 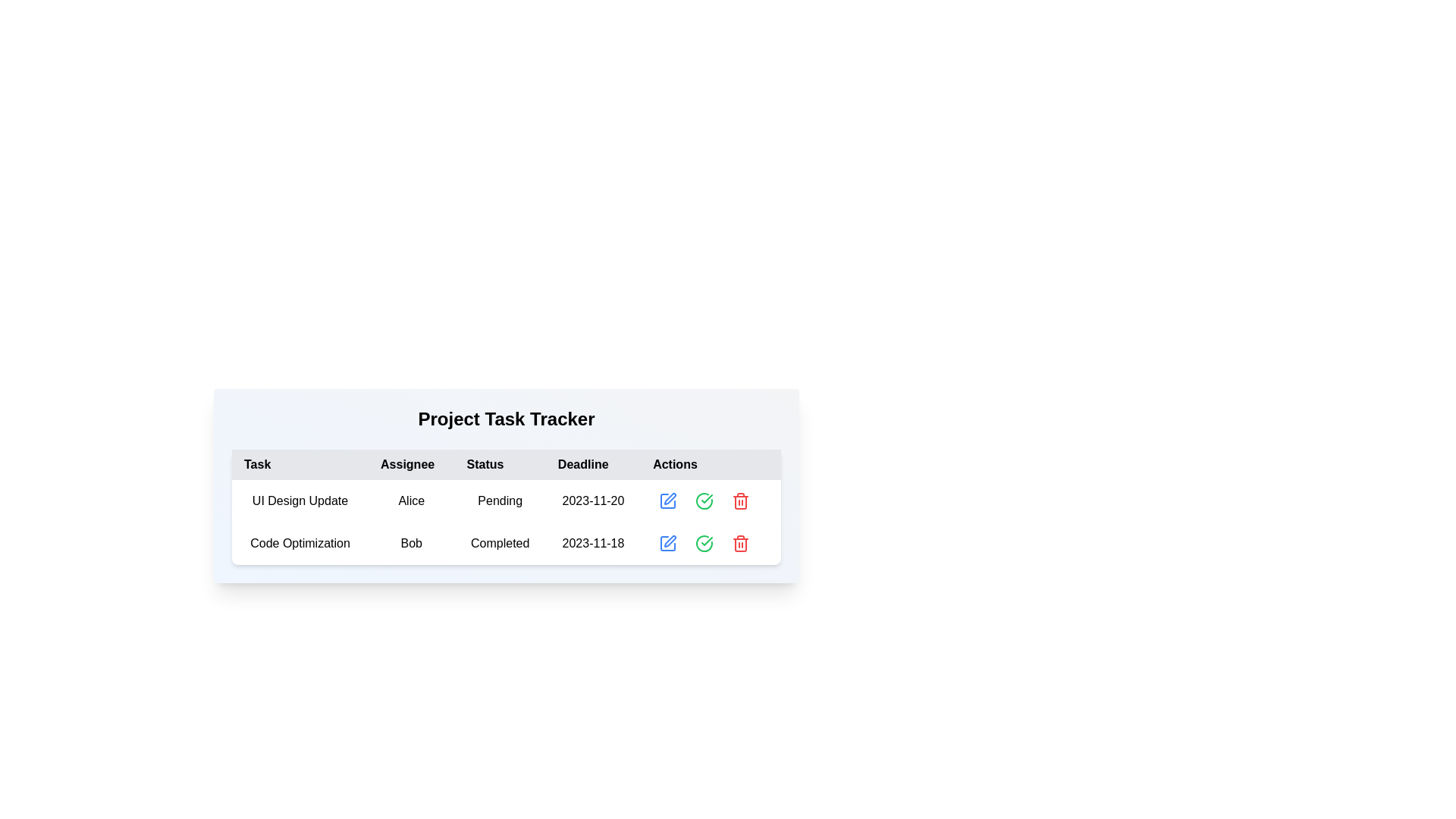 What do you see at coordinates (704, 543) in the screenshot?
I see `the circular icon button with a green checkmark in the 'Actions' column, second row of the table for 'Code Optimization'` at bounding box center [704, 543].